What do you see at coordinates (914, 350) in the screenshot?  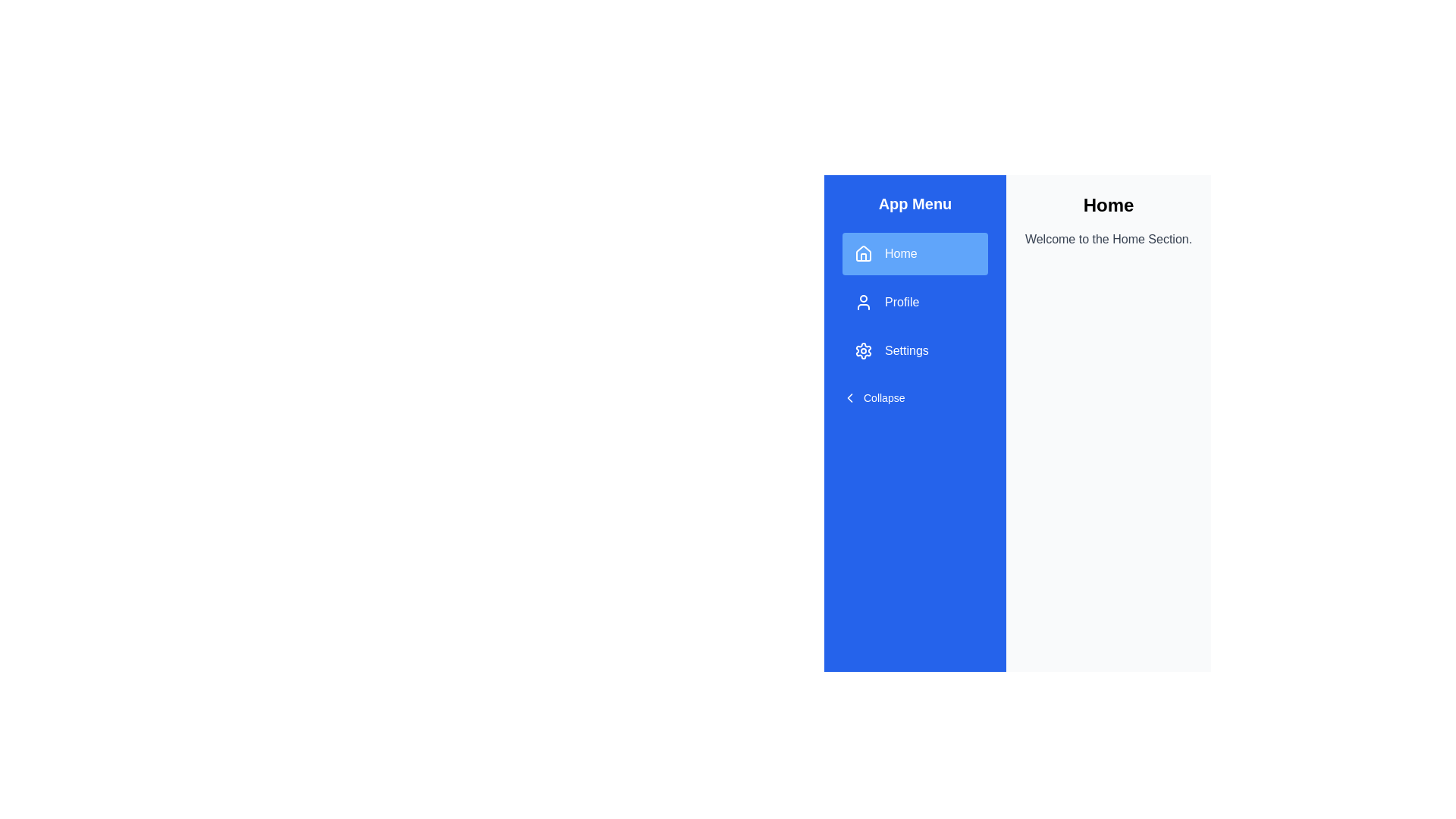 I see `the Settings button to navigate to the corresponding section` at bounding box center [914, 350].